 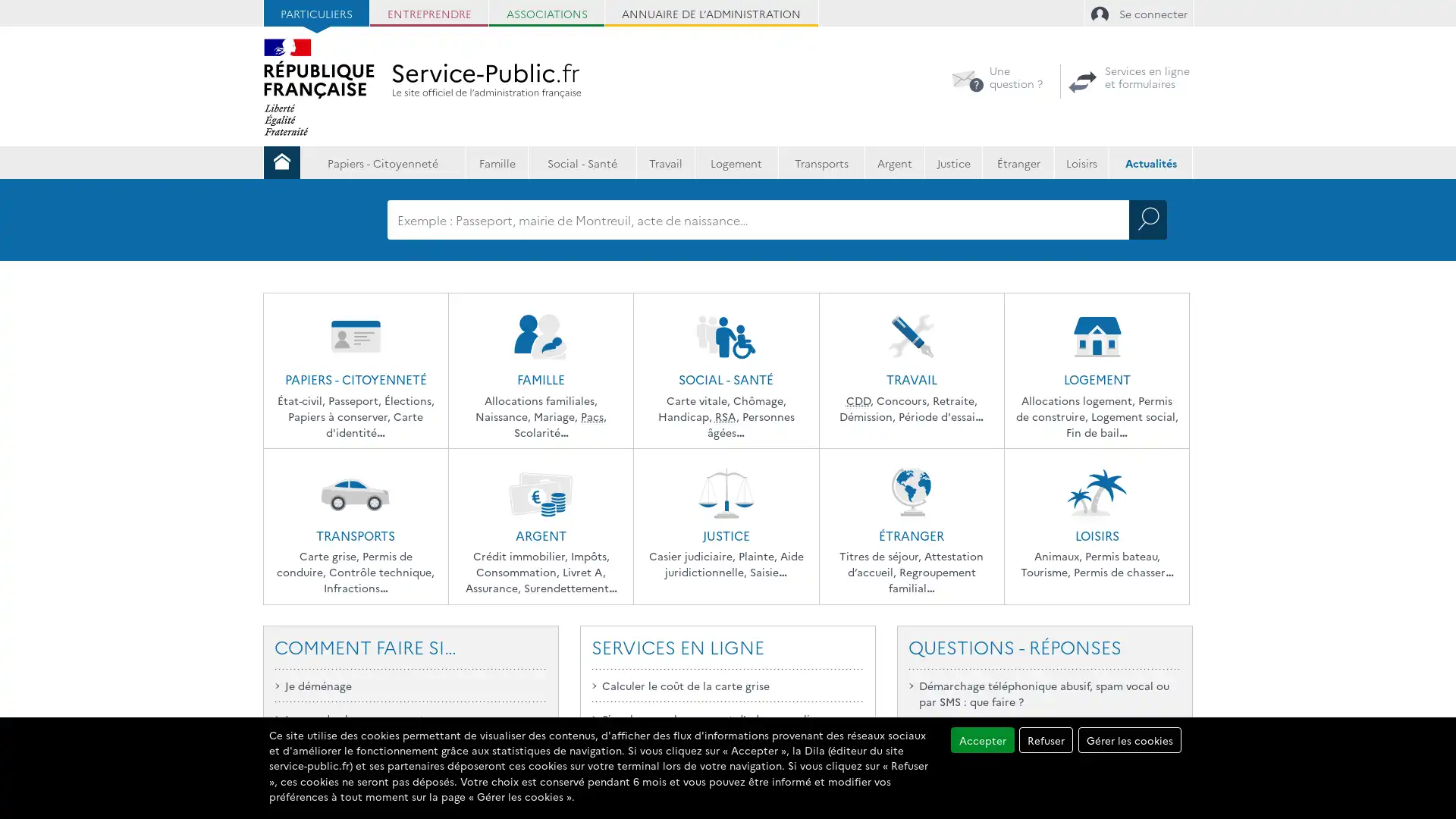 I want to click on Famille, so click(x=497, y=162).